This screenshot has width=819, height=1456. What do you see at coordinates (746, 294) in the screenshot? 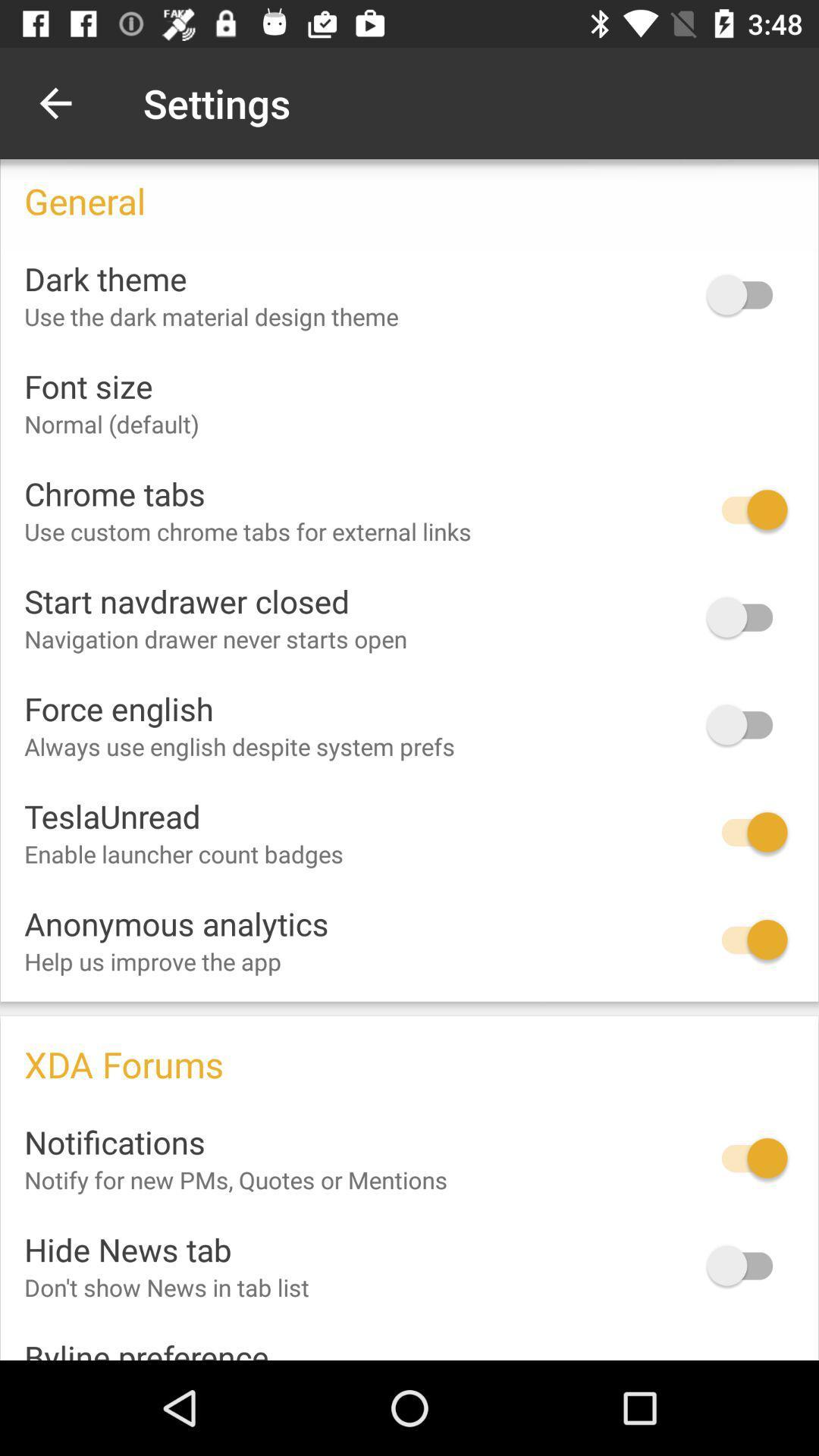
I see `turn on dark theme` at bounding box center [746, 294].